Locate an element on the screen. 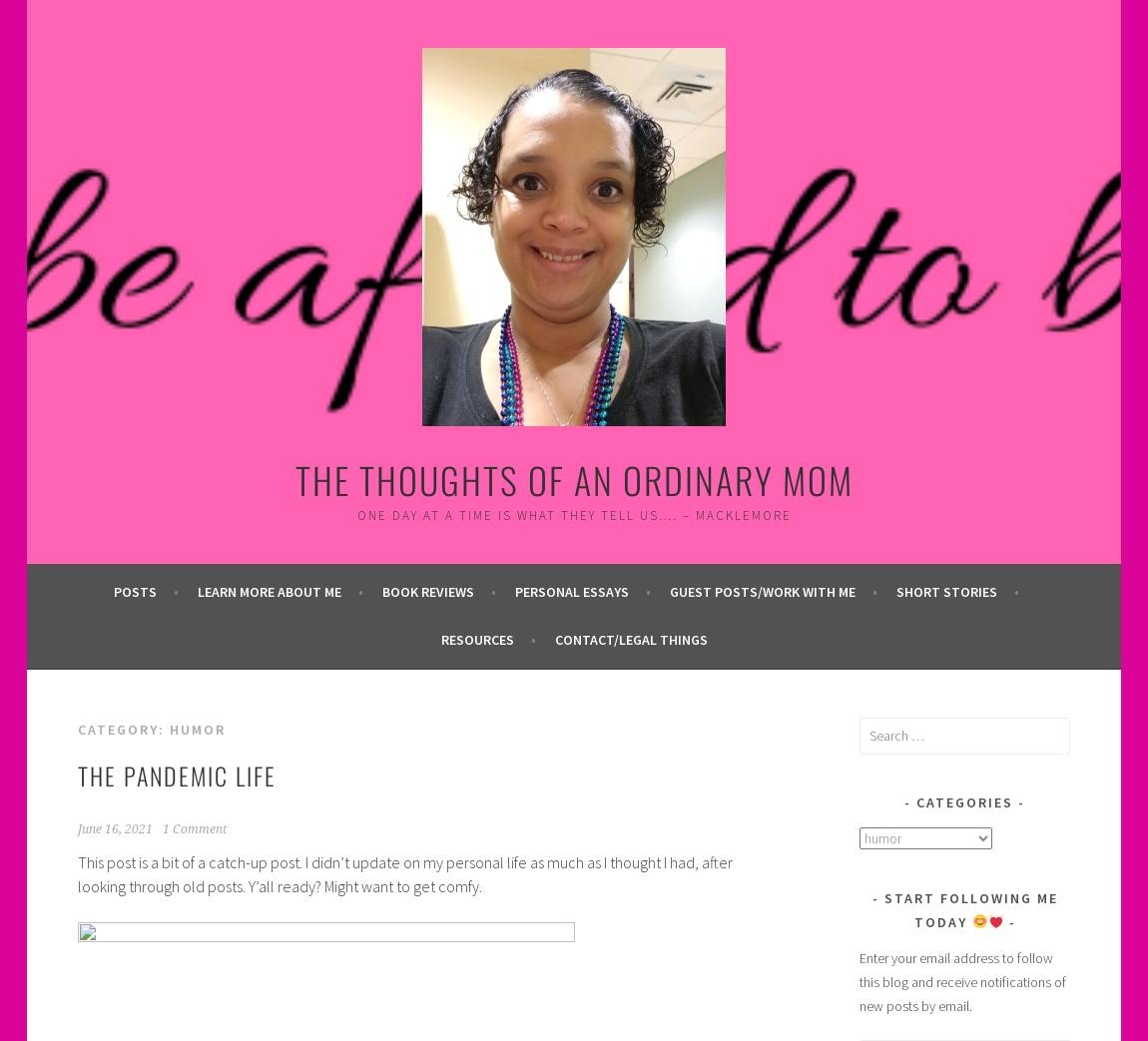 This screenshot has width=1148, height=1041. 'humor' is located at coordinates (195, 728).